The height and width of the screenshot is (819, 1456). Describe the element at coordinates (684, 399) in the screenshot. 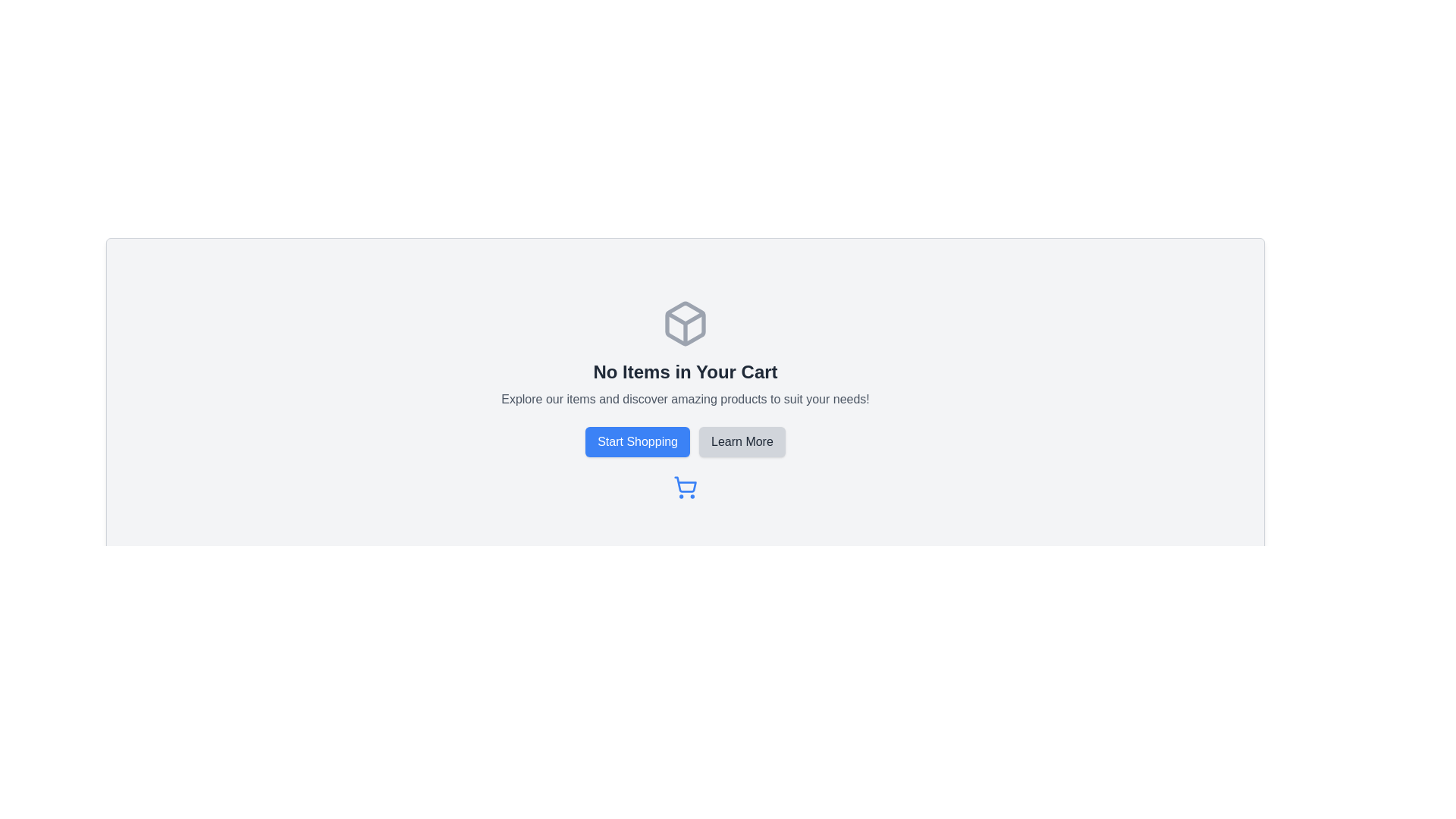

I see `the text display that reads 'Explore our items and discover amazing products to suit your needs!', which is located immediately beneath the title 'No Items in Your Cart'` at that location.